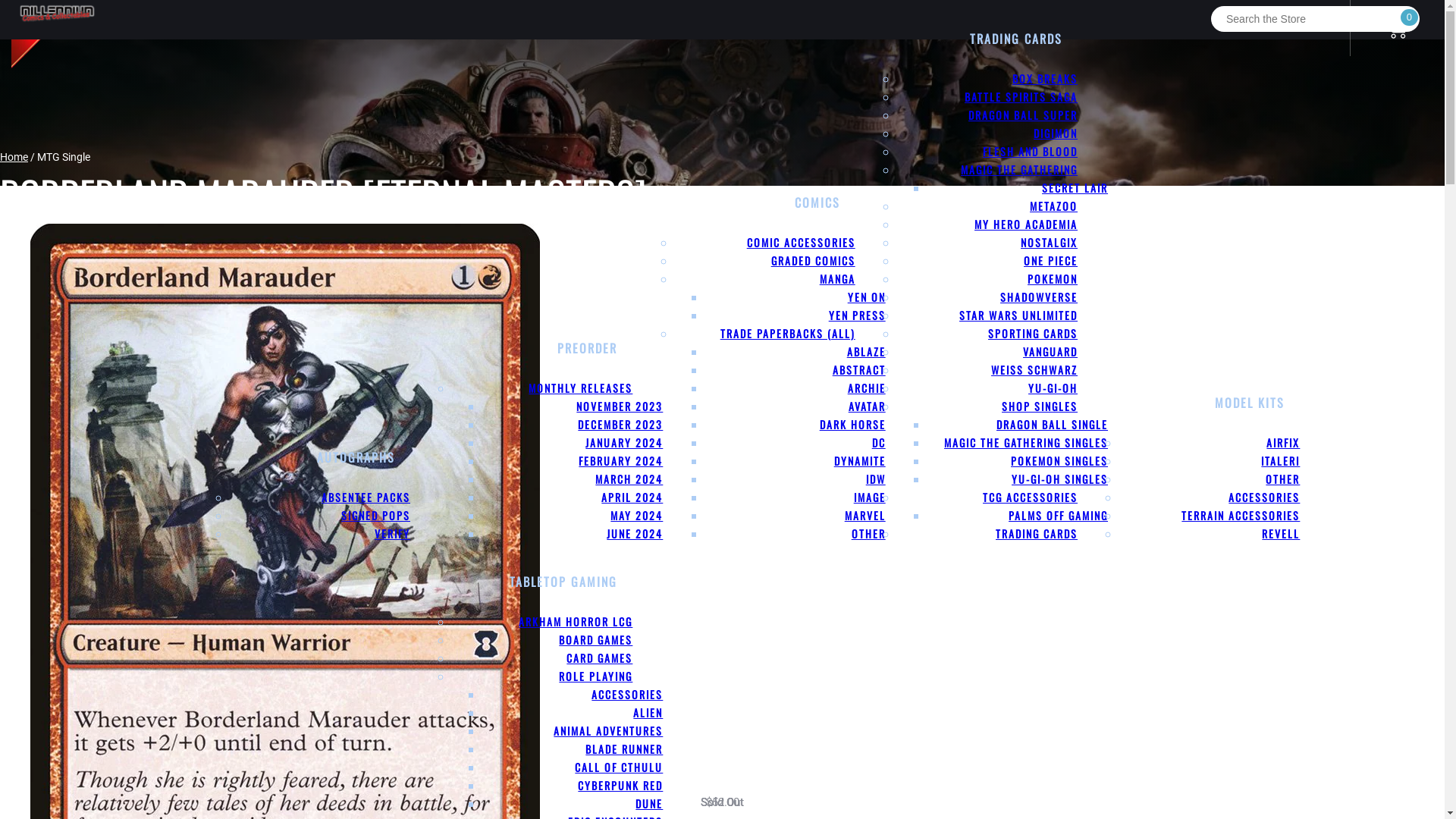  What do you see at coordinates (579, 387) in the screenshot?
I see `'MONTHLY RELEASES'` at bounding box center [579, 387].